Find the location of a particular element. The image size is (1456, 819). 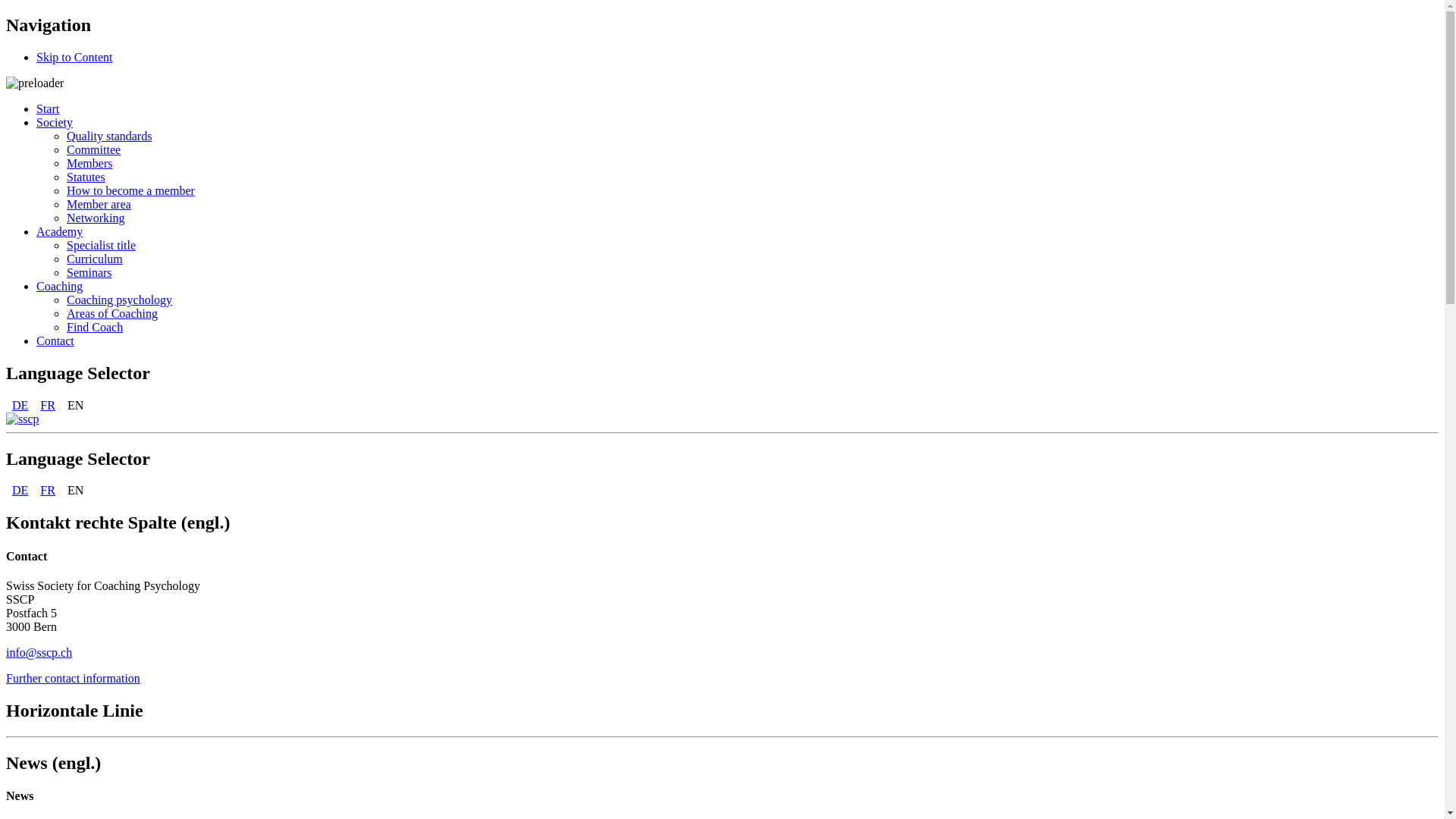

'Start' is located at coordinates (47, 108).